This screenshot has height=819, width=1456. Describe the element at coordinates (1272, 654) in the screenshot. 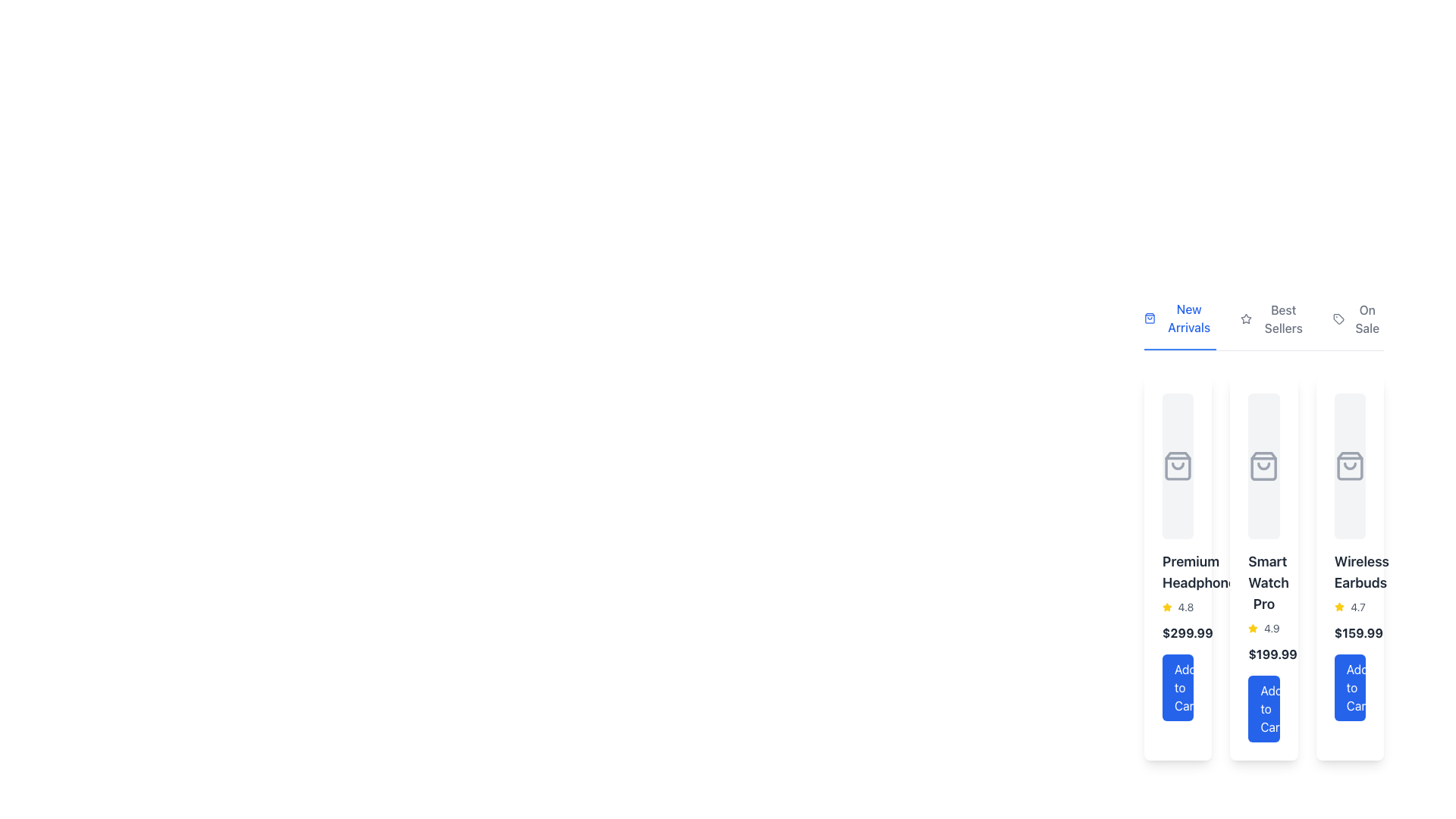

I see `the price label displaying '$199.99' which is centrally located in the second product card above the 'Add to Cart' button` at that location.